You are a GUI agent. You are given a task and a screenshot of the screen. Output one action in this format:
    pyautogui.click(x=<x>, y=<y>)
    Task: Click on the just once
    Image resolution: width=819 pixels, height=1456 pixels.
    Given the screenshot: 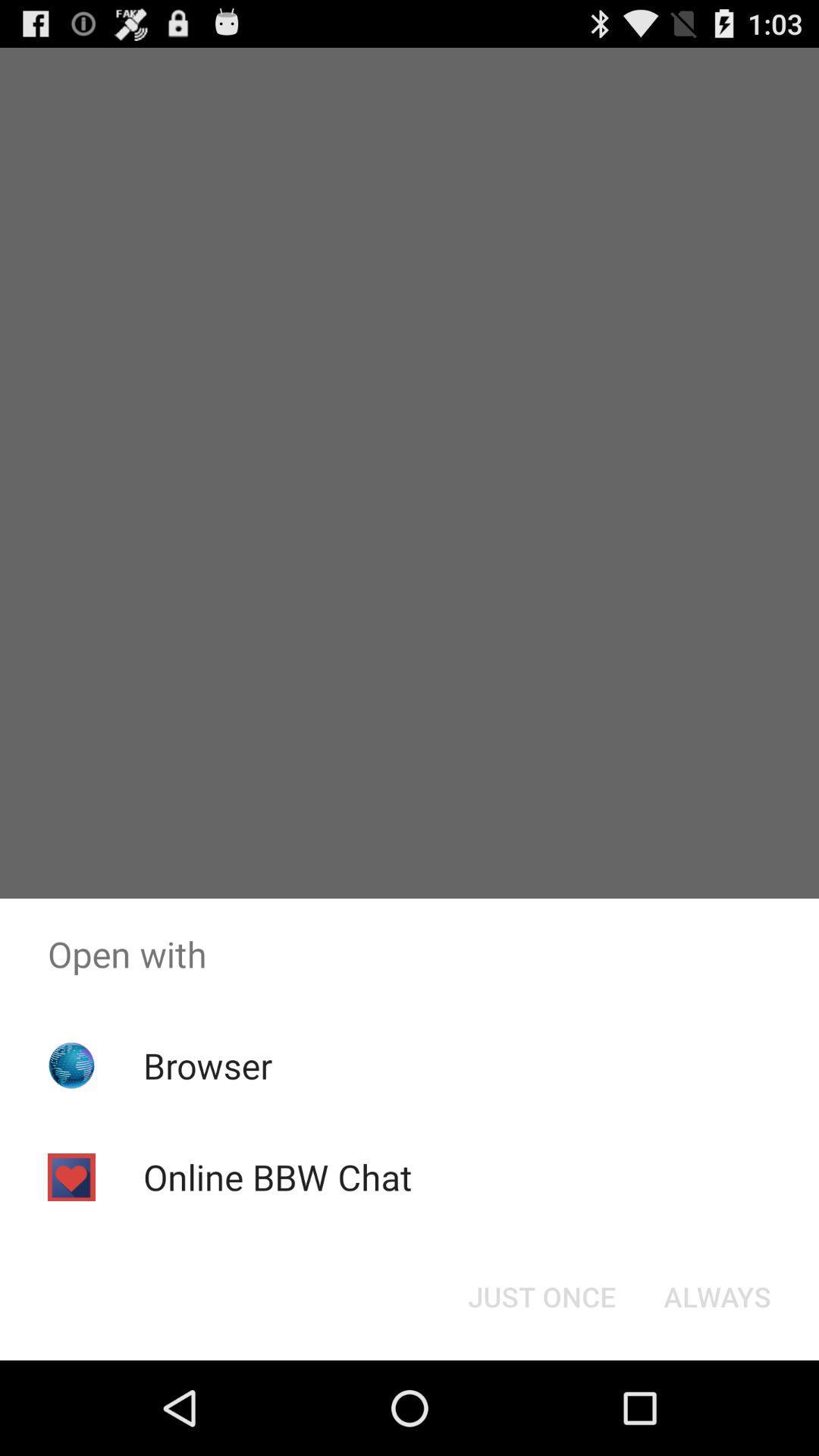 What is the action you would take?
    pyautogui.click(x=541, y=1295)
    